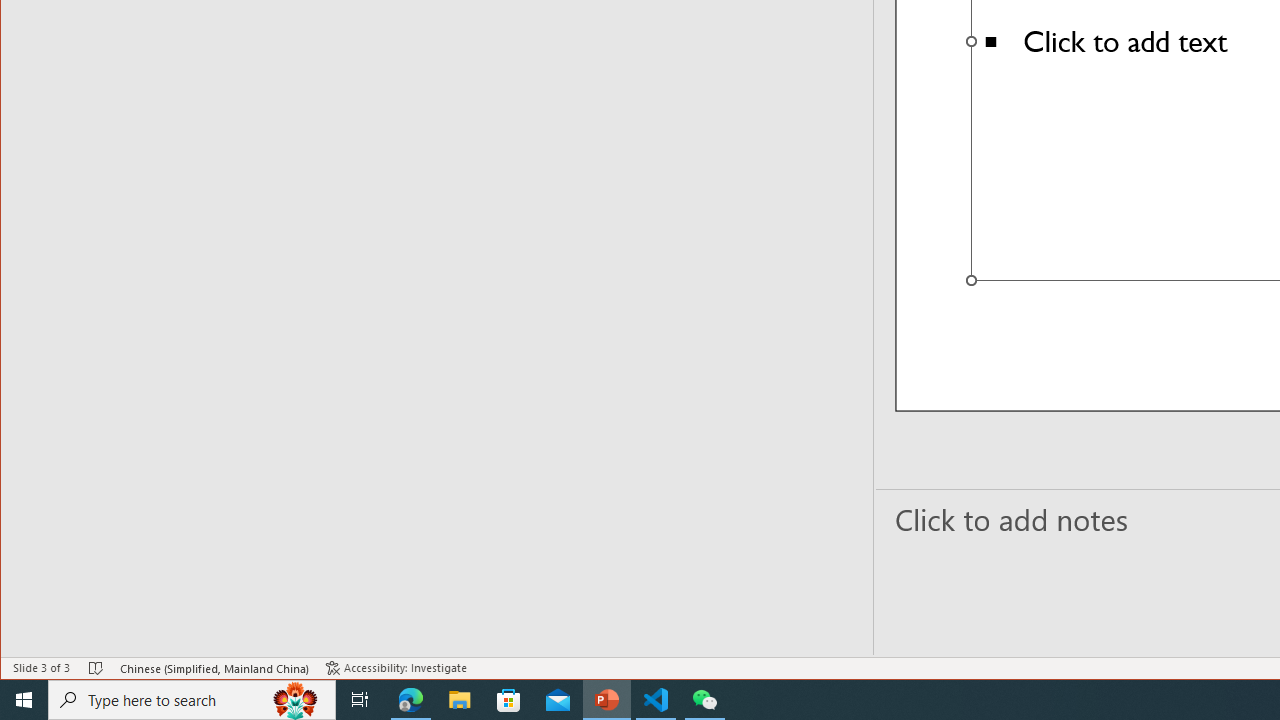  Describe the element at coordinates (95, 668) in the screenshot. I see `'Spell Check No Errors'` at that location.